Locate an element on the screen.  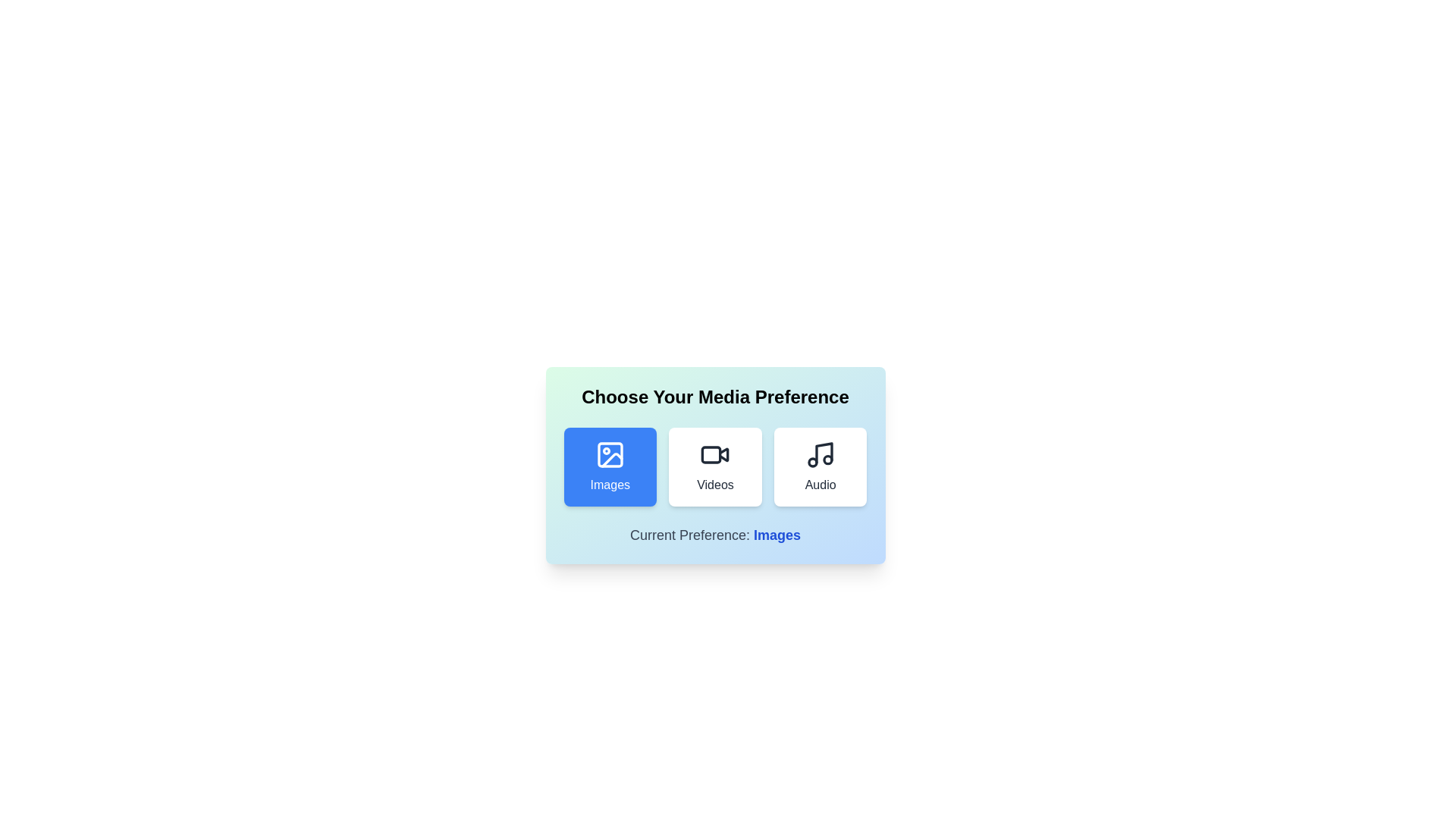
the media preference option Images is located at coordinates (610, 466).